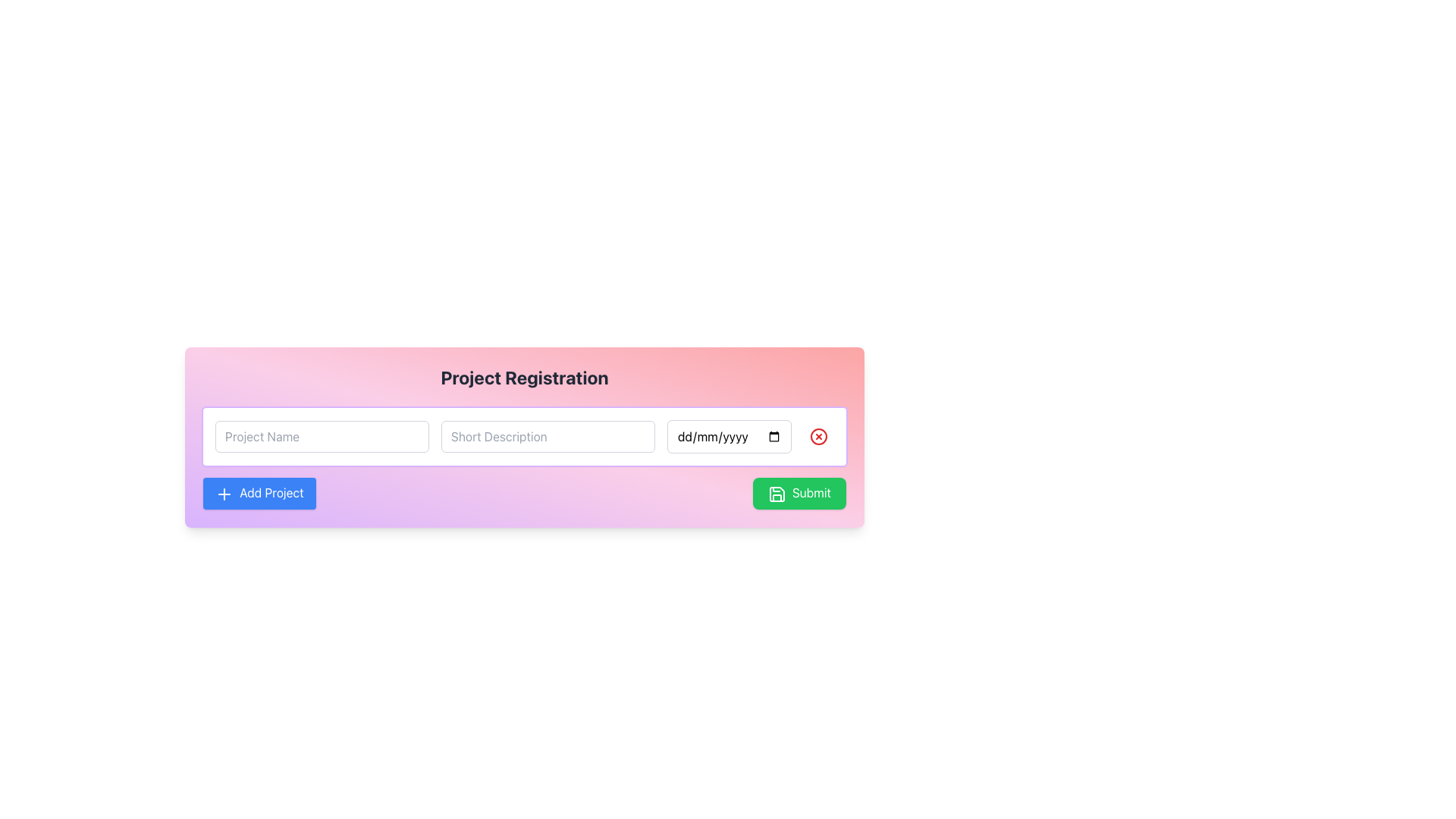 The width and height of the screenshot is (1456, 819). What do you see at coordinates (729, 436) in the screenshot?
I see `a date from the date picker in the date input field which has a placeholder displaying 'dd/mm/yyyy', located to the right of the 'Project Name' and 'Short Description' text input fields` at bounding box center [729, 436].